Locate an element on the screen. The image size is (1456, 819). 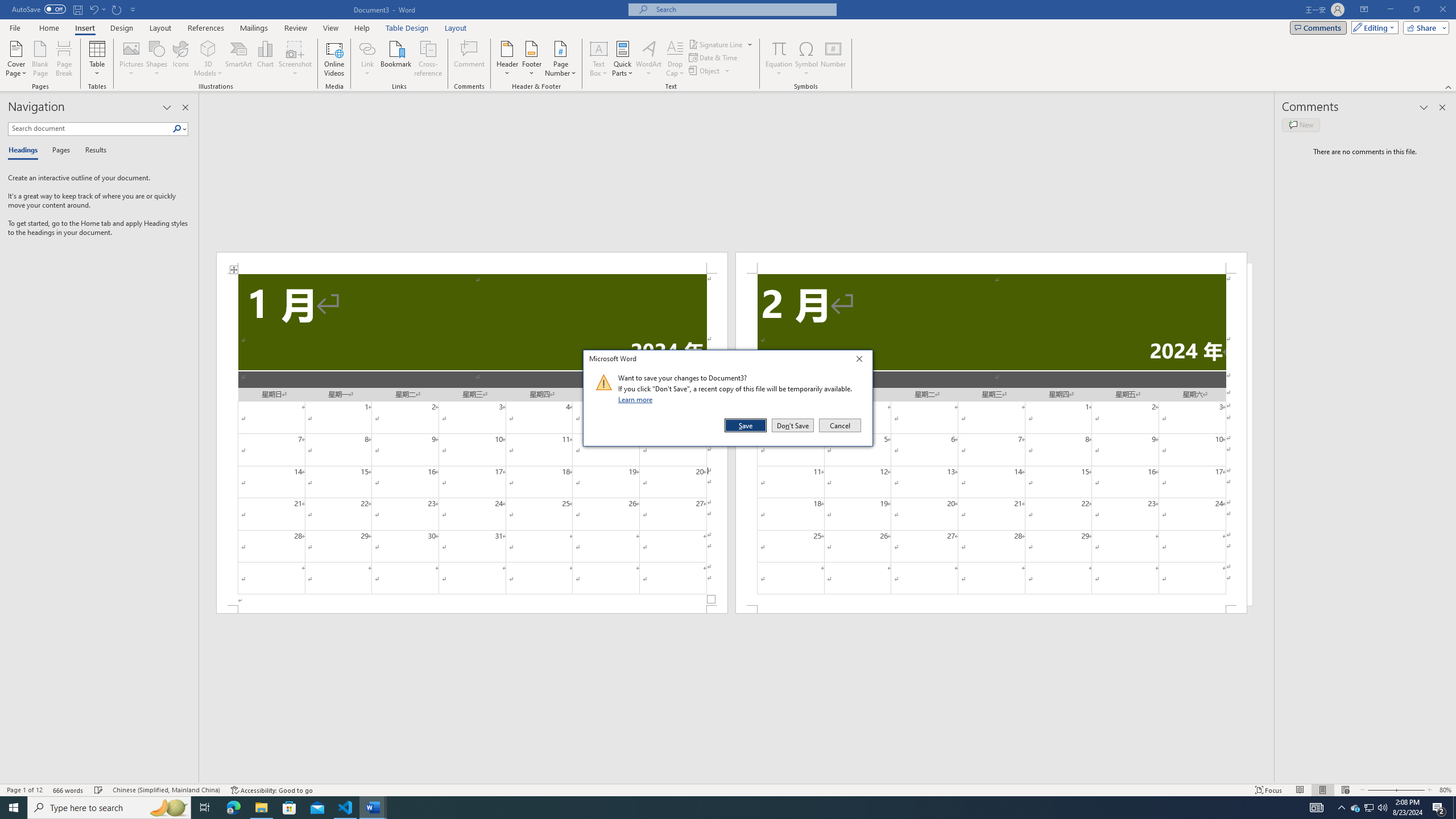
'Web Layout' is located at coordinates (1345, 790).